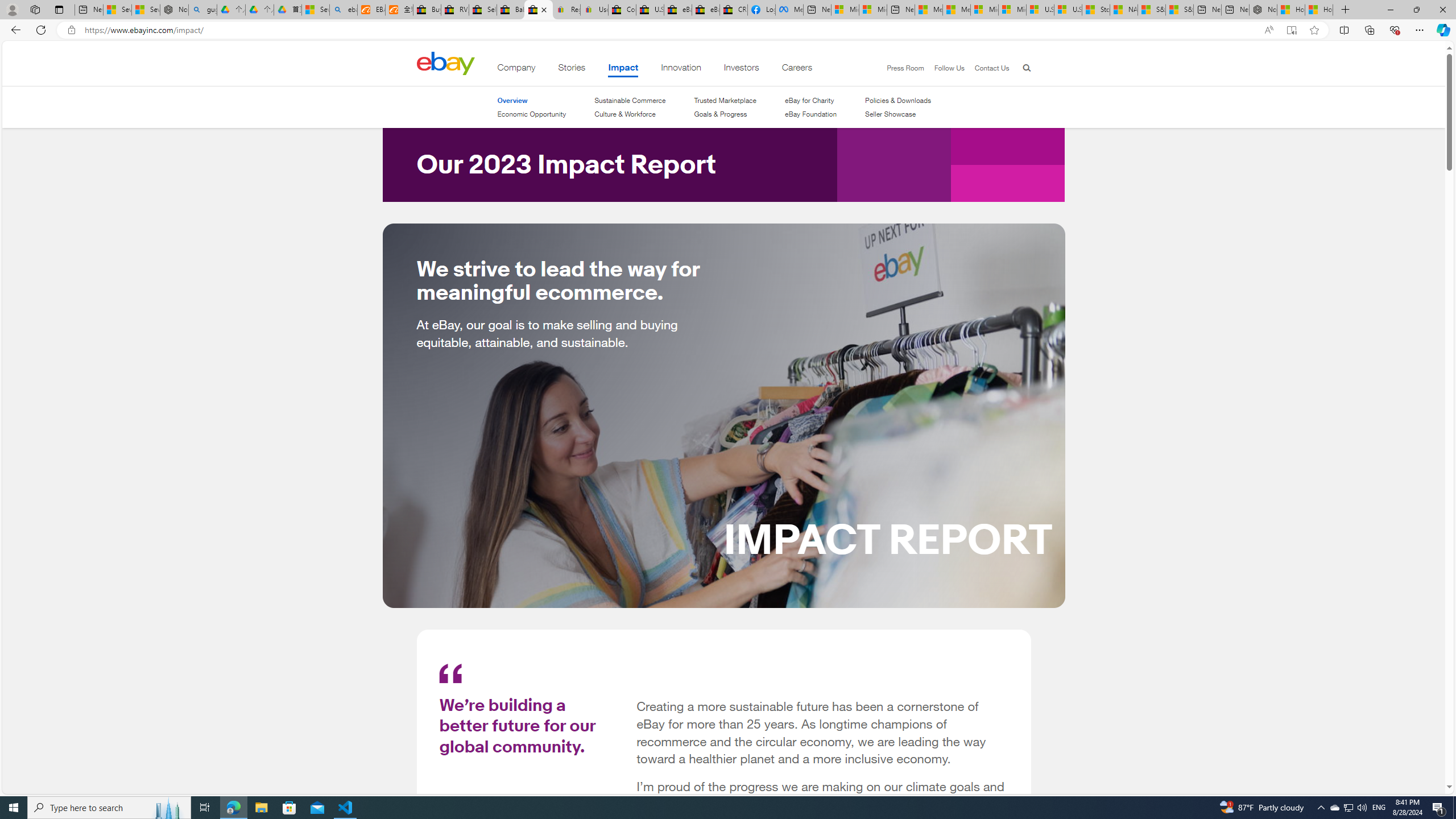  Describe the element at coordinates (760, 9) in the screenshot. I see `'Log into Facebook'` at that location.